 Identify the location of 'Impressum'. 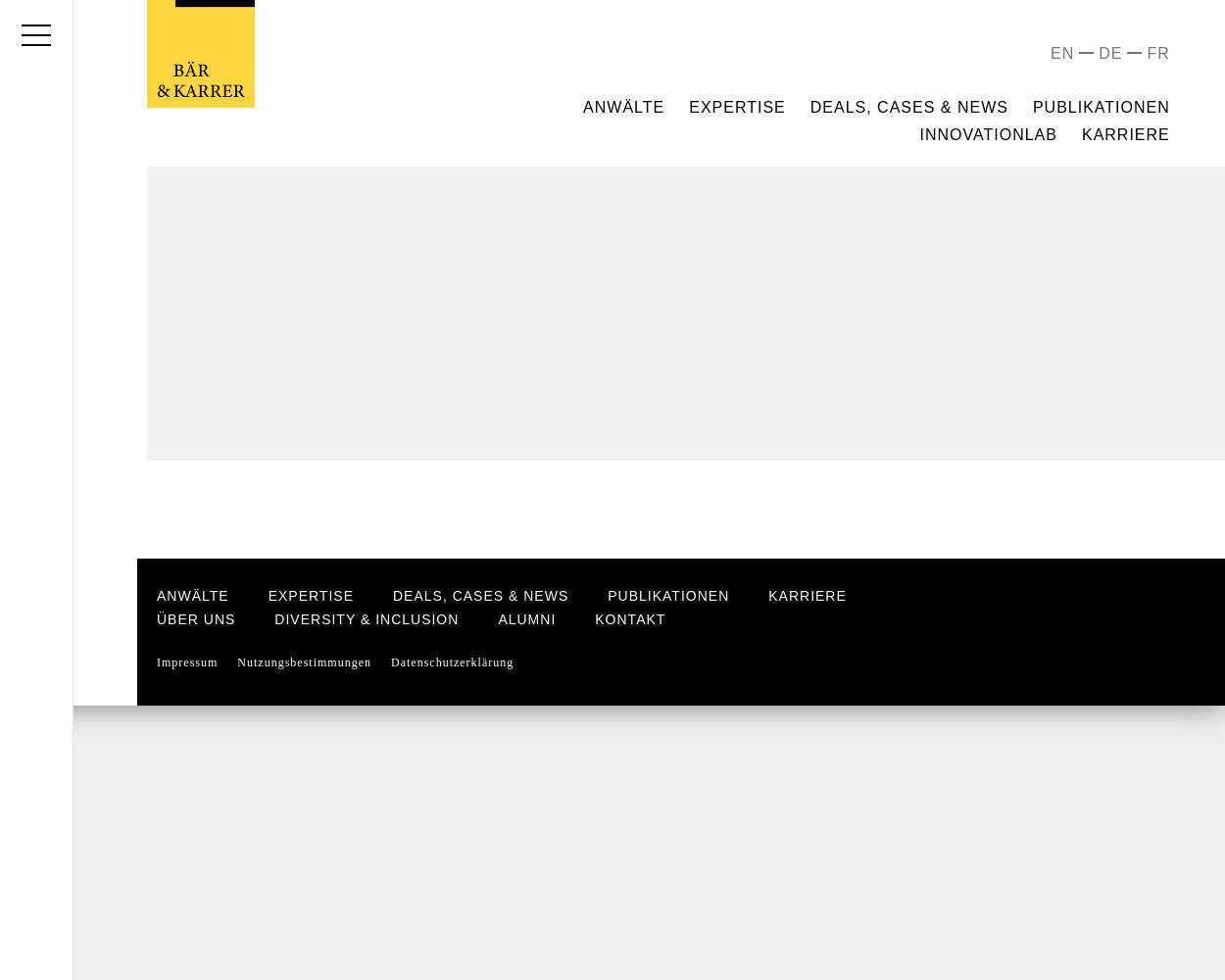
(186, 661).